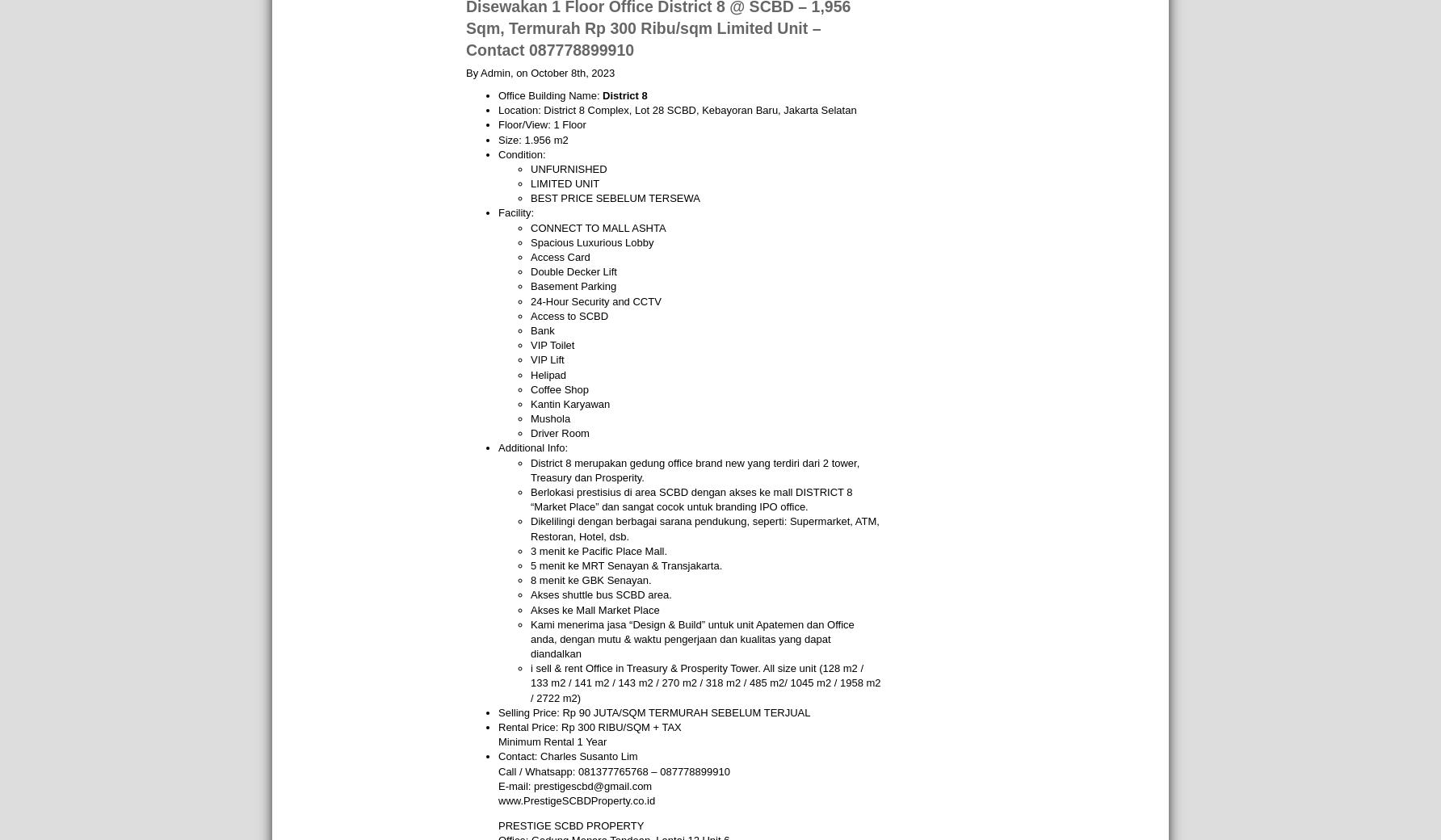 This screenshot has height=840, width=1441. What do you see at coordinates (530, 609) in the screenshot?
I see `'Akses ke Mall Market Place'` at bounding box center [530, 609].